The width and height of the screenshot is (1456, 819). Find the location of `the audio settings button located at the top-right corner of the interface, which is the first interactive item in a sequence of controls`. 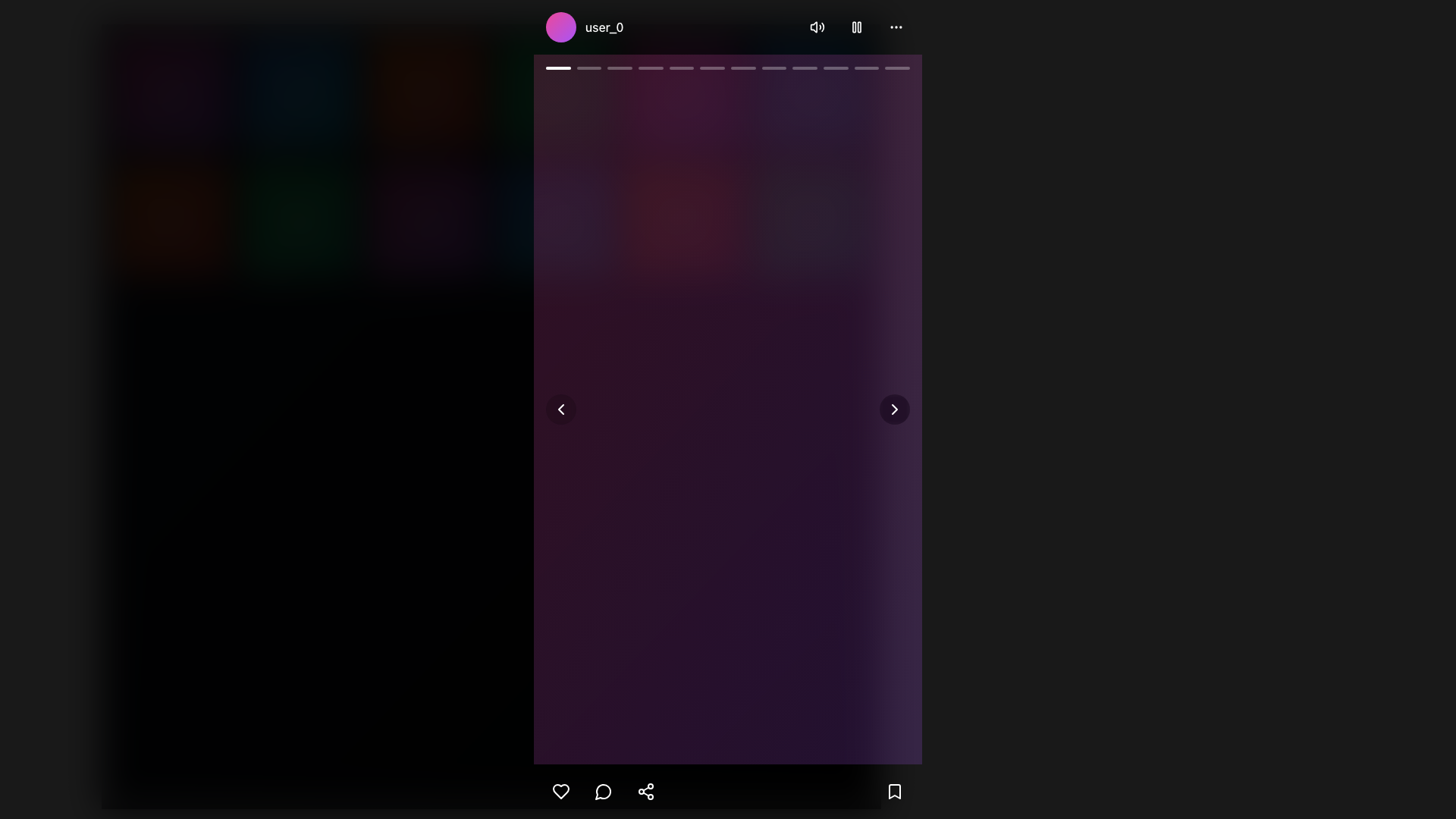

the audio settings button located at the top-right corner of the interface, which is the first interactive item in a sequence of controls is located at coordinates (817, 27).